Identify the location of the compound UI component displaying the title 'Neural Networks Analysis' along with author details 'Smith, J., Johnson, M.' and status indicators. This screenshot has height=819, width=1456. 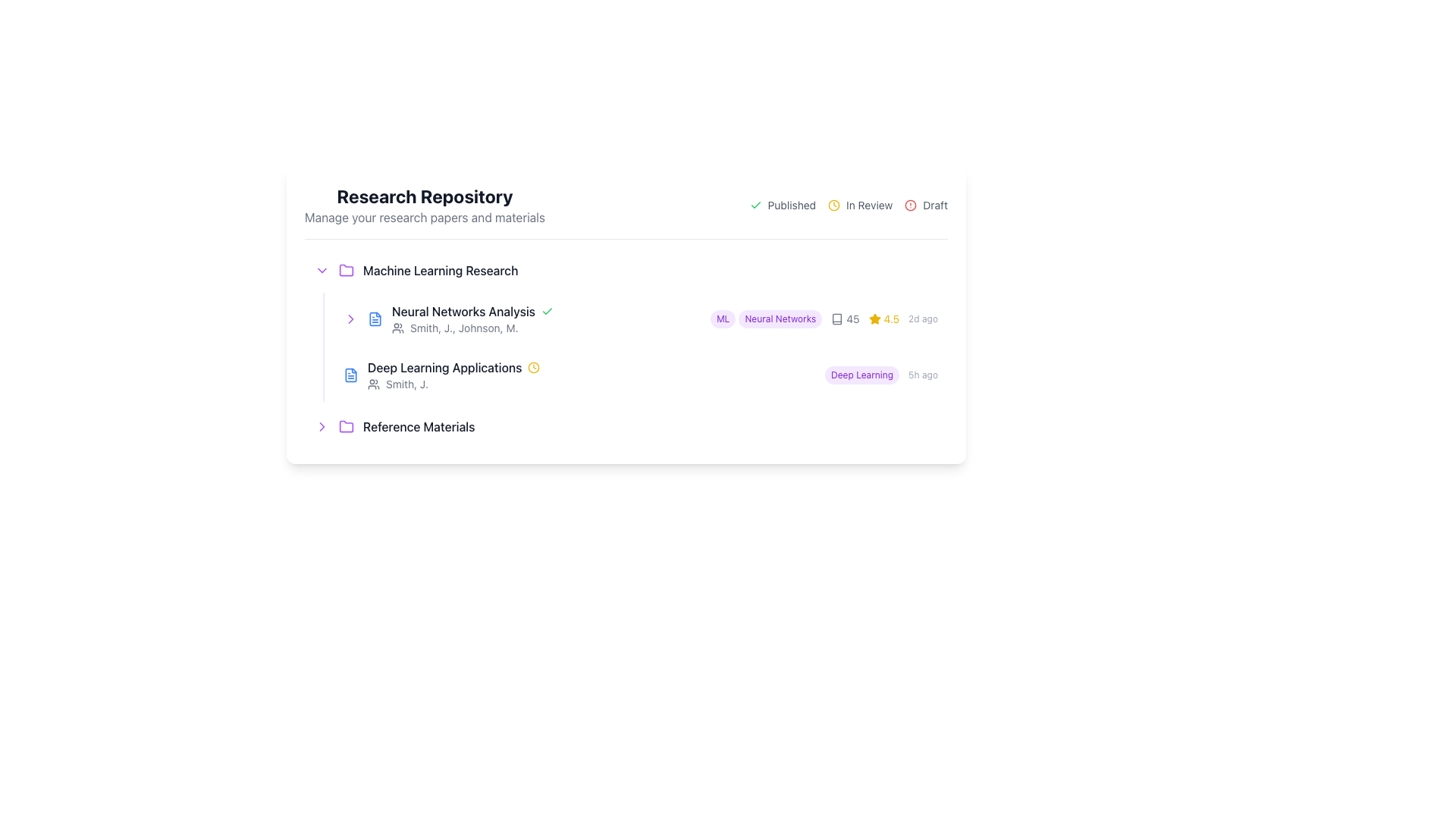
(546, 318).